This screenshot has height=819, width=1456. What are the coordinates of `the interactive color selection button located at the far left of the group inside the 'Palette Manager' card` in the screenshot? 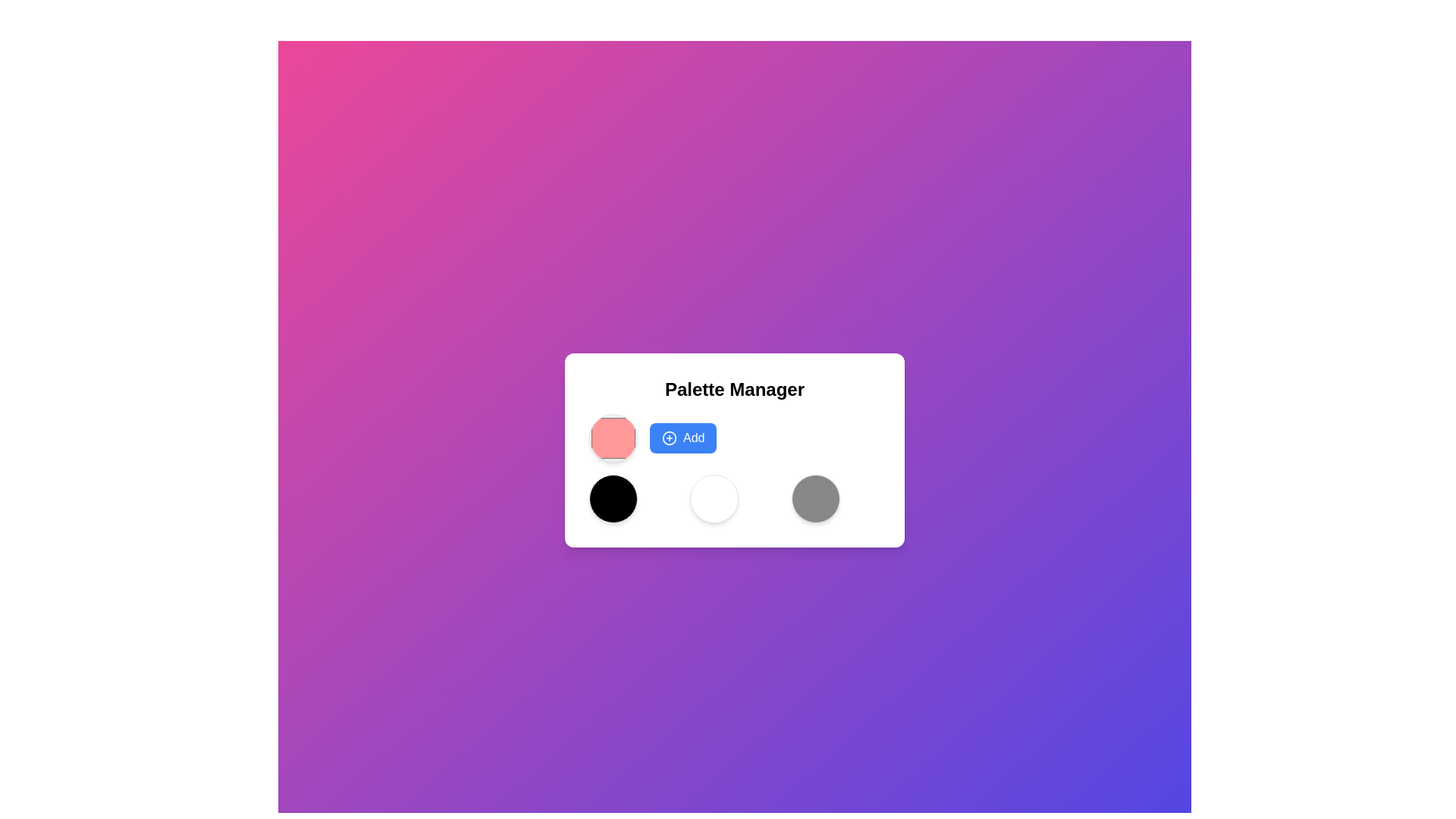 It's located at (613, 438).